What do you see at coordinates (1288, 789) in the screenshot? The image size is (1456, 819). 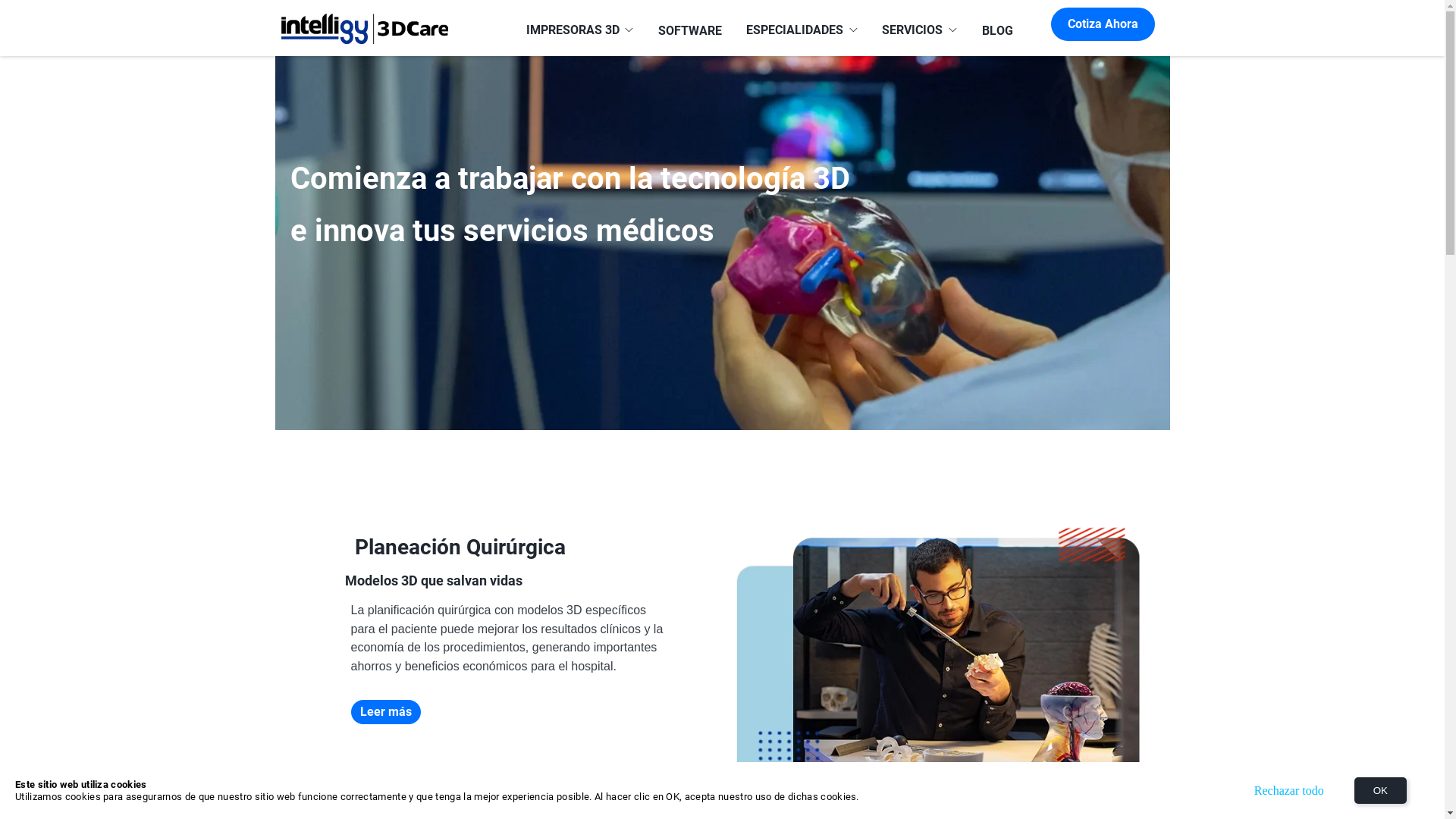 I see `'Rechazar todo'` at bounding box center [1288, 789].